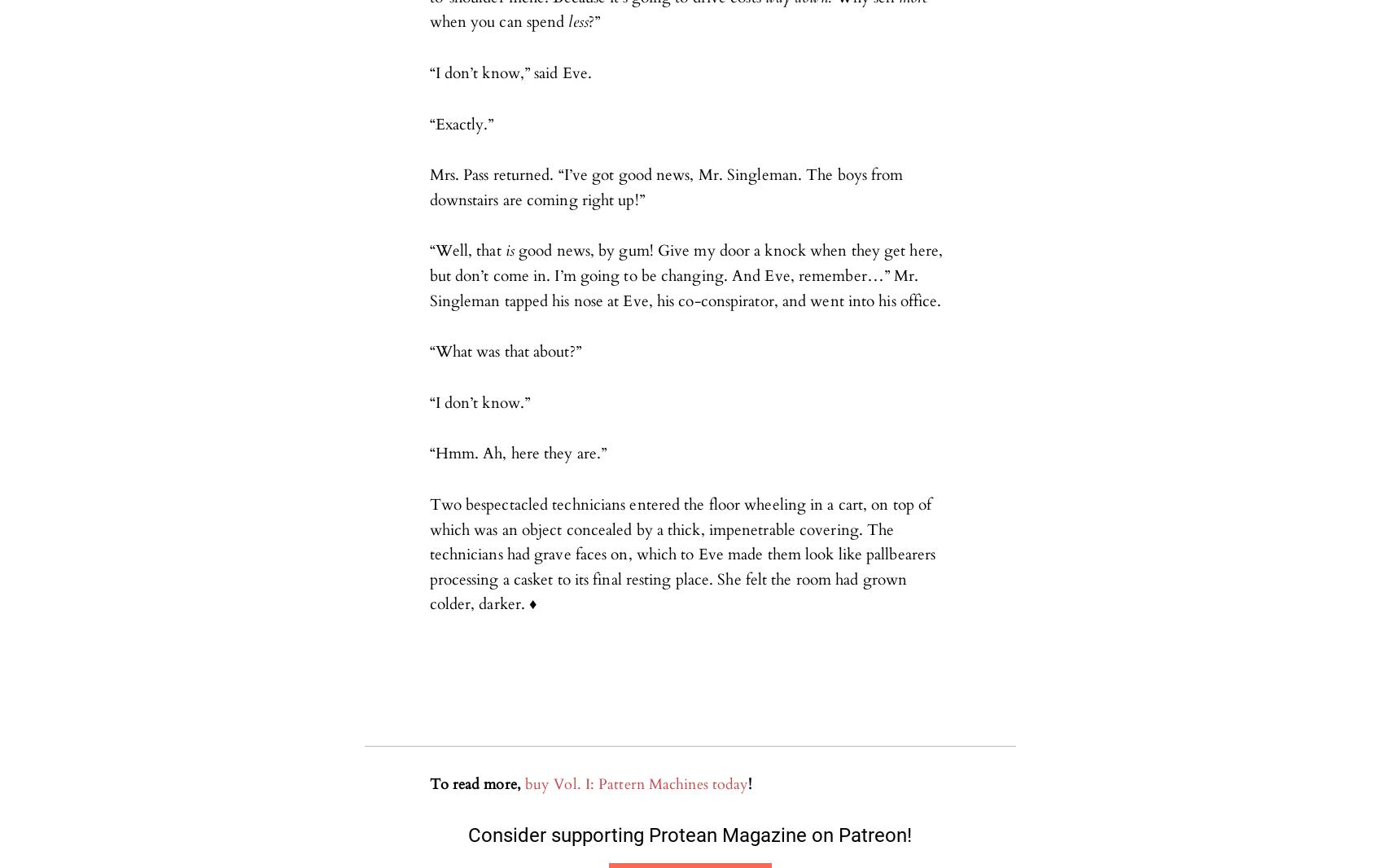  I want to click on 'less', so click(578, 21).